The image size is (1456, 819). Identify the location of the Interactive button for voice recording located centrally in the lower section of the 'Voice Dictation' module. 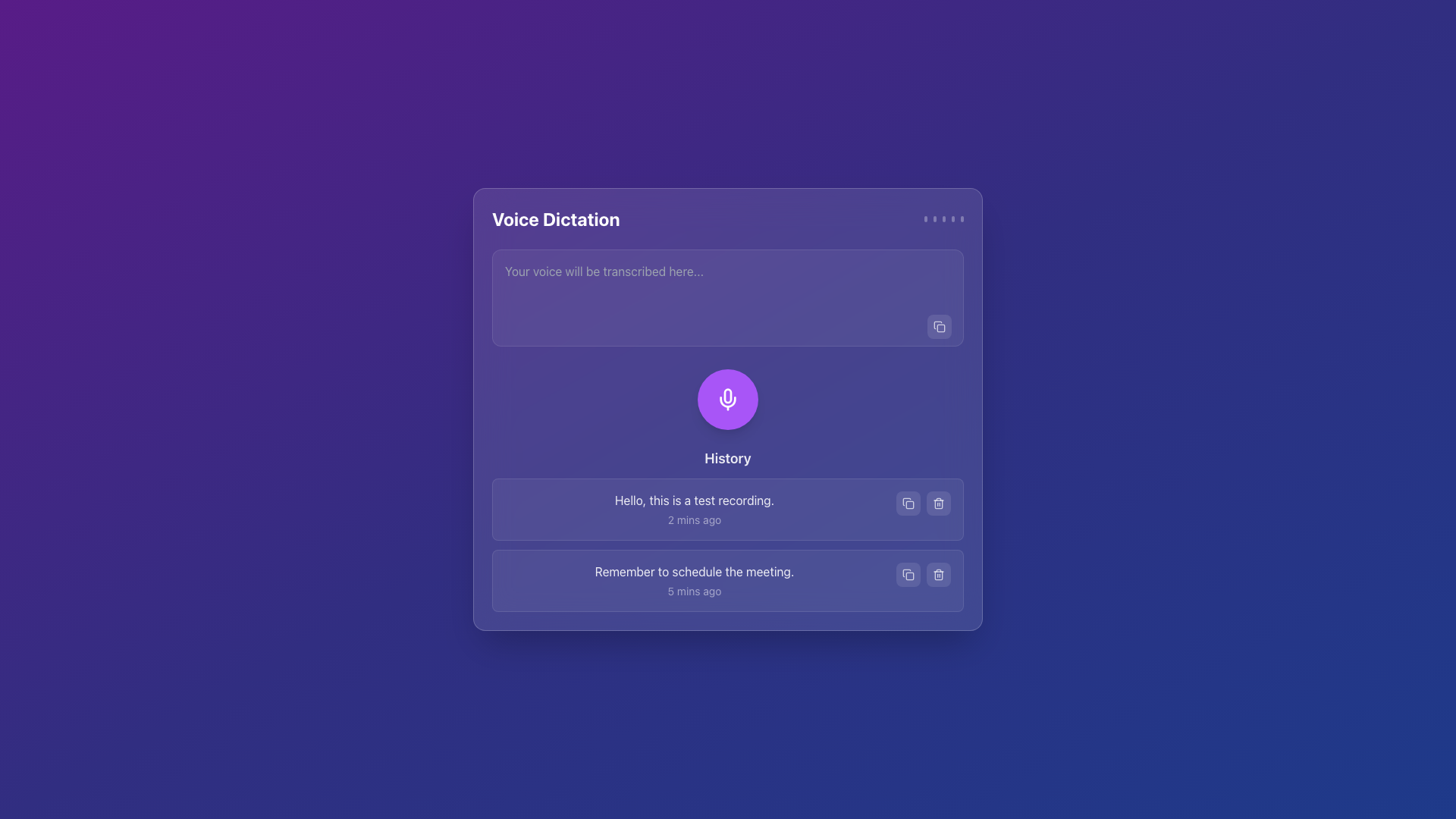
(728, 399).